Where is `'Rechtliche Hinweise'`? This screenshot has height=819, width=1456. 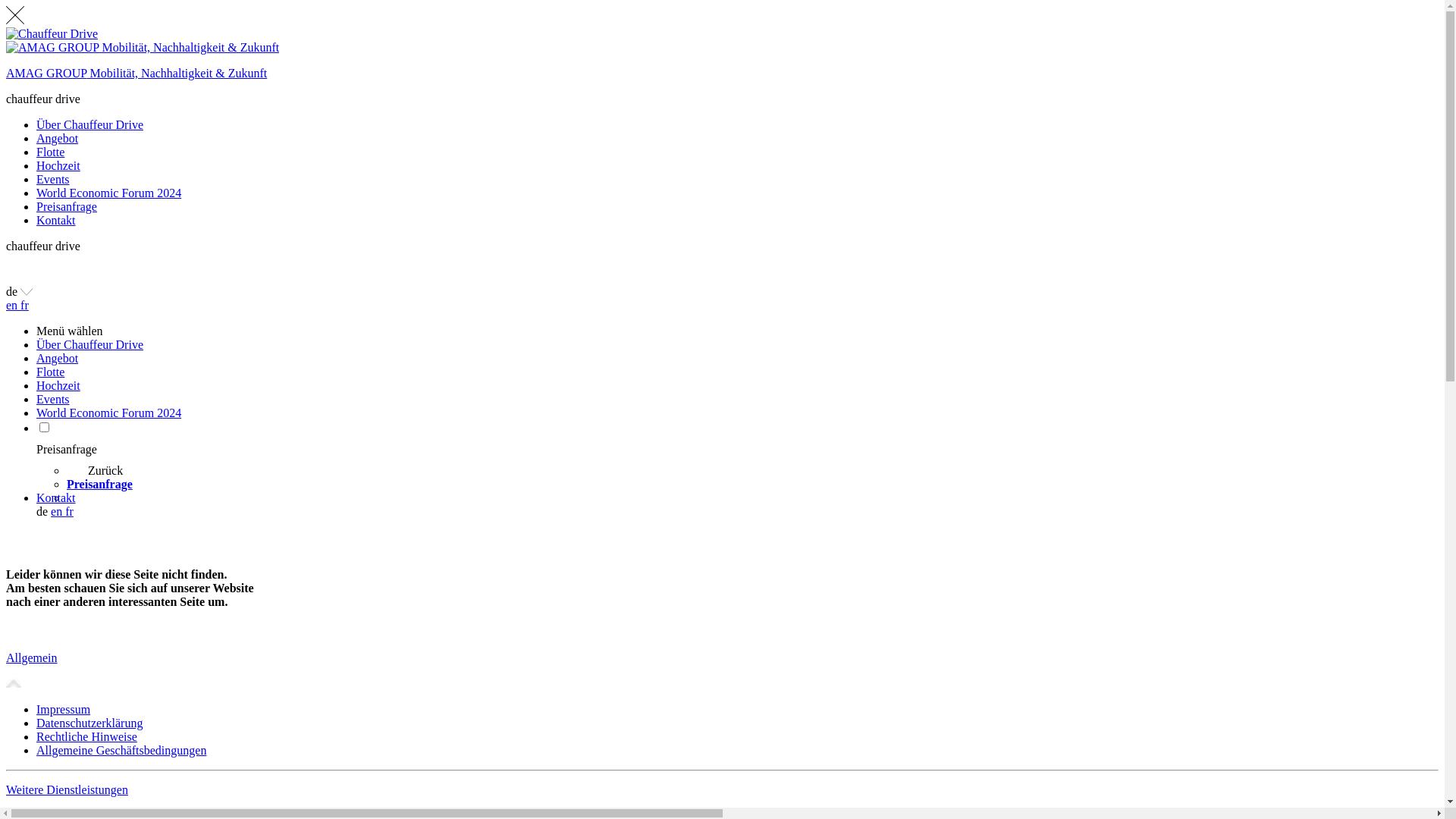 'Rechtliche Hinweise' is located at coordinates (86, 736).